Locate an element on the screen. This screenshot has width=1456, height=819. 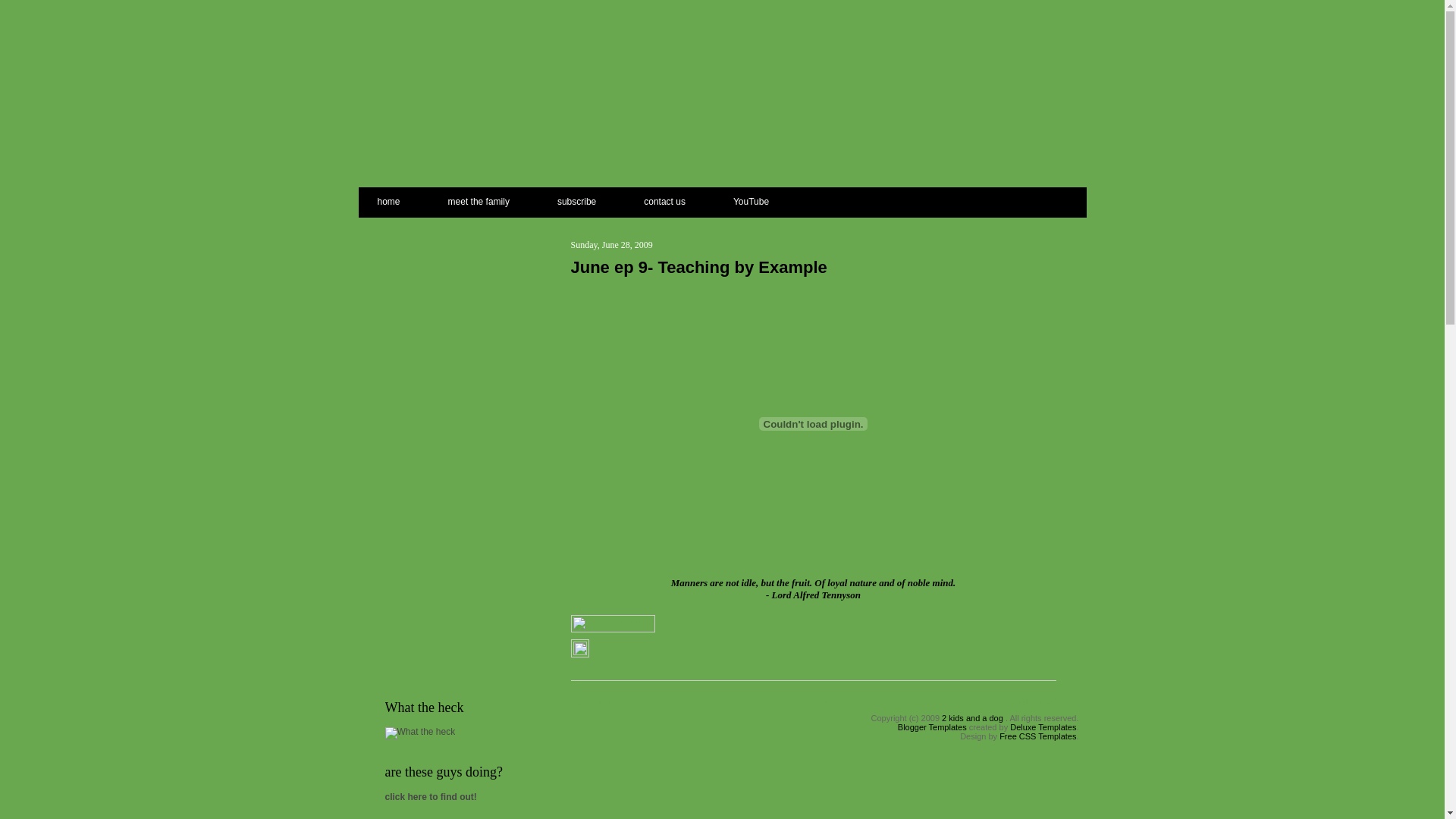
'meet the family' is located at coordinates (478, 198).